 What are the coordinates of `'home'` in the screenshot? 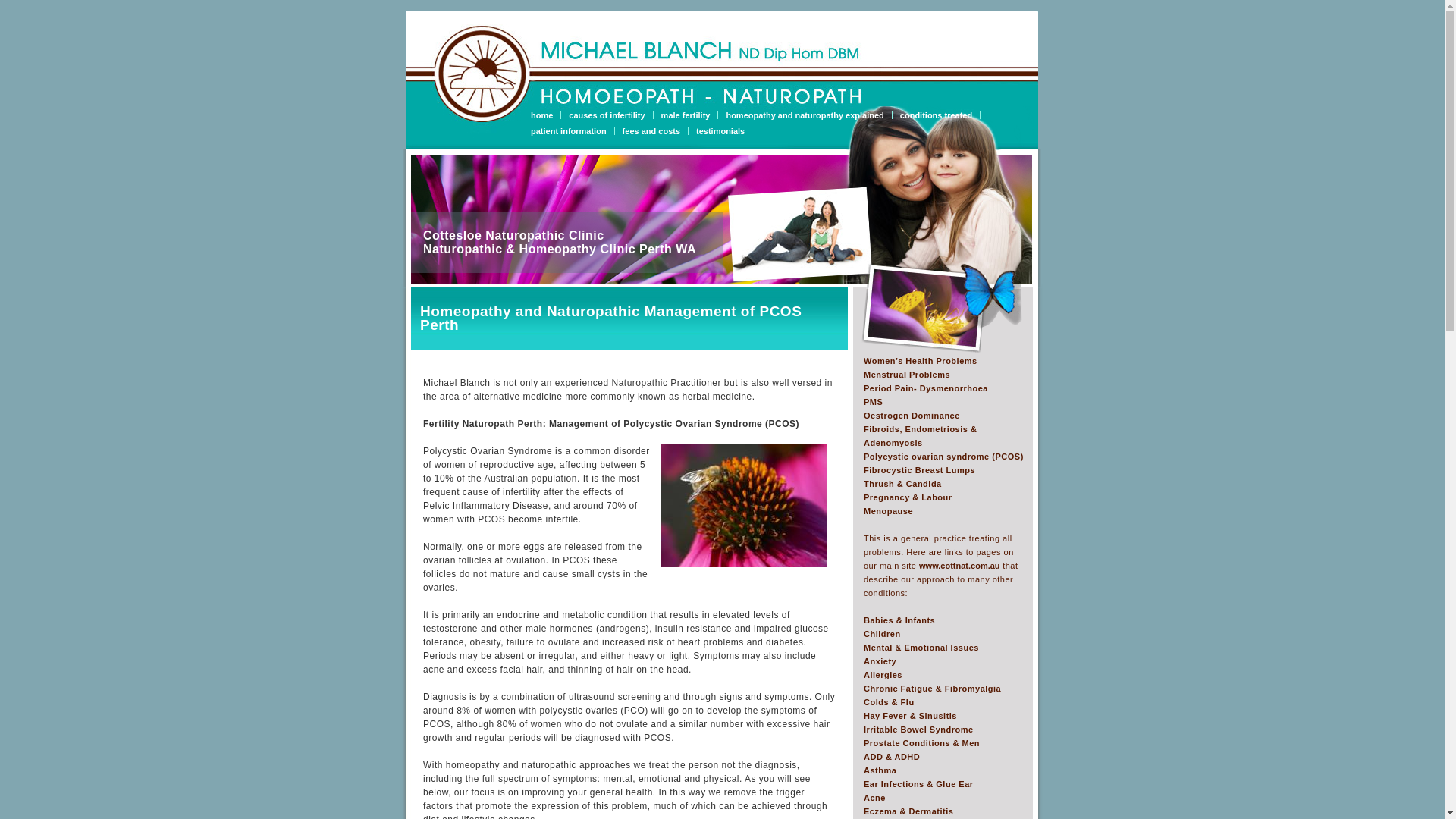 It's located at (546, 114).